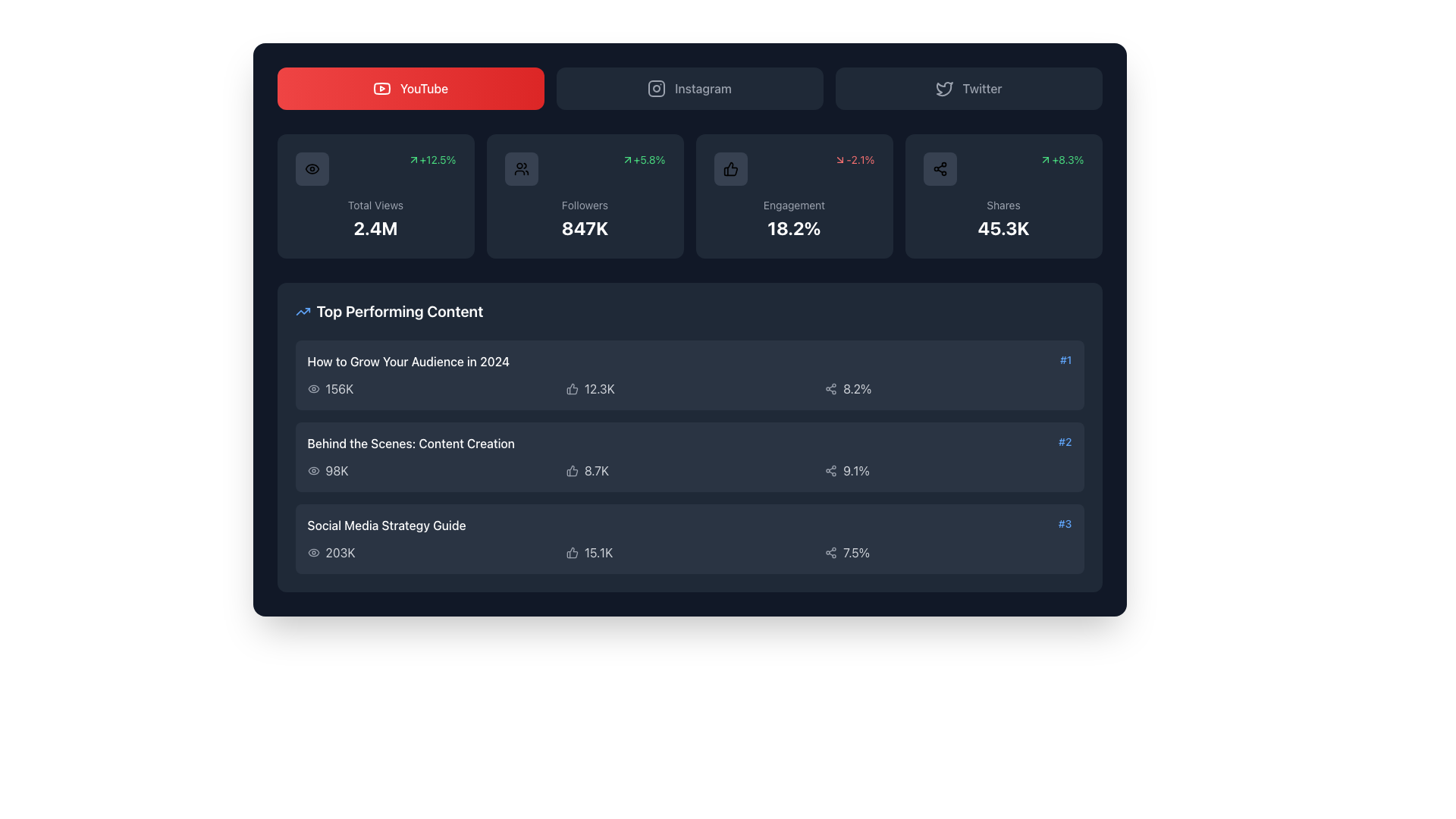 The image size is (1456, 819). I want to click on the Text Label displaying the number of views for the content titled 'How to Grow Your Audience in 2024', located in the 'Top Performing Content' section, so click(338, 388).